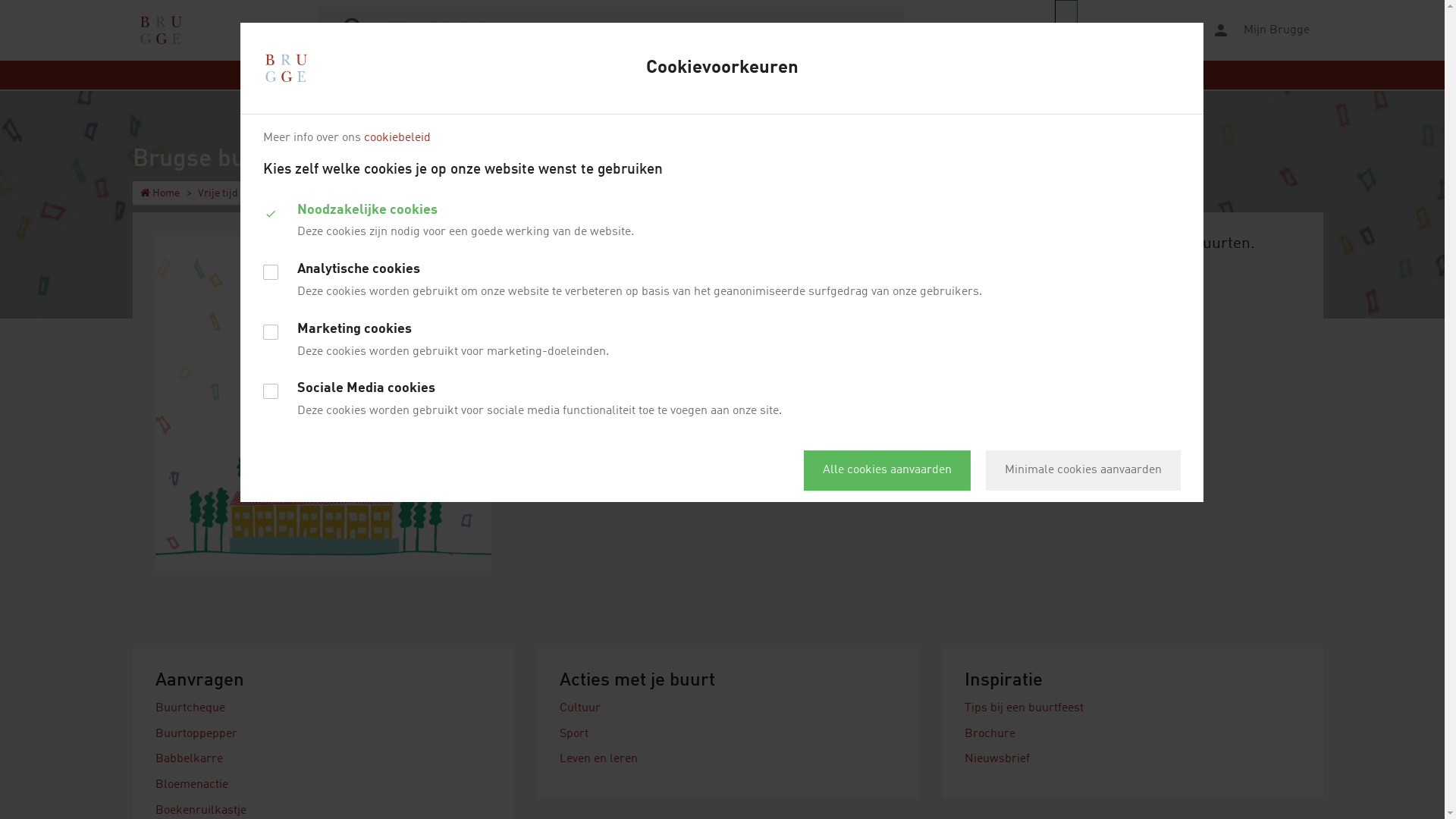 The image size is (1456, 819). What do you see at coordinates (217, 192) in the screenshot?
I see `'Vrije tijd'` at bounding box center [217, 192].